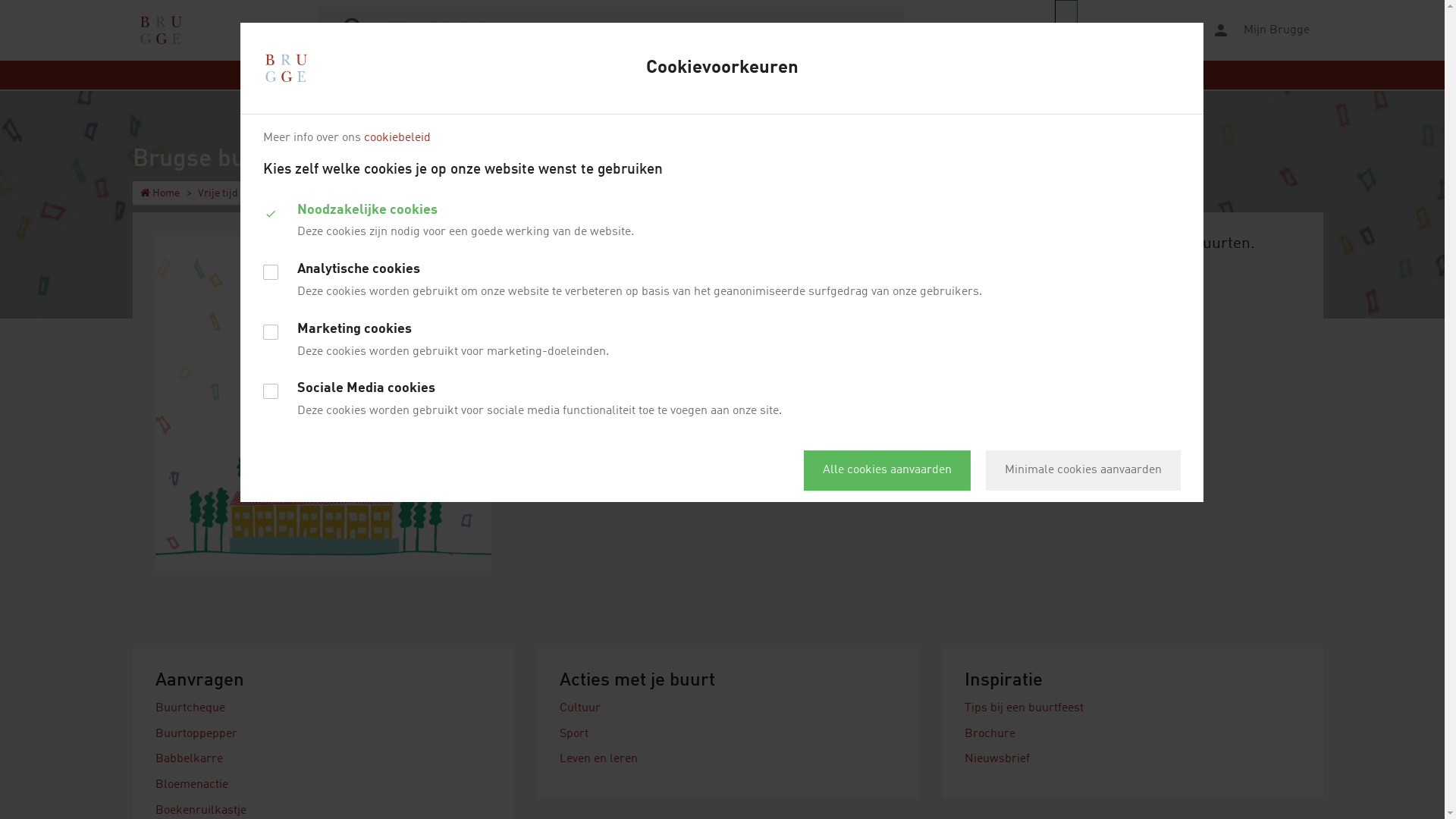 The image size is (1456, 819). What do you see at coordinates (217, 192) in the screenshot?
I see `'Vrije tijd'` at bounding box center [217, 192].